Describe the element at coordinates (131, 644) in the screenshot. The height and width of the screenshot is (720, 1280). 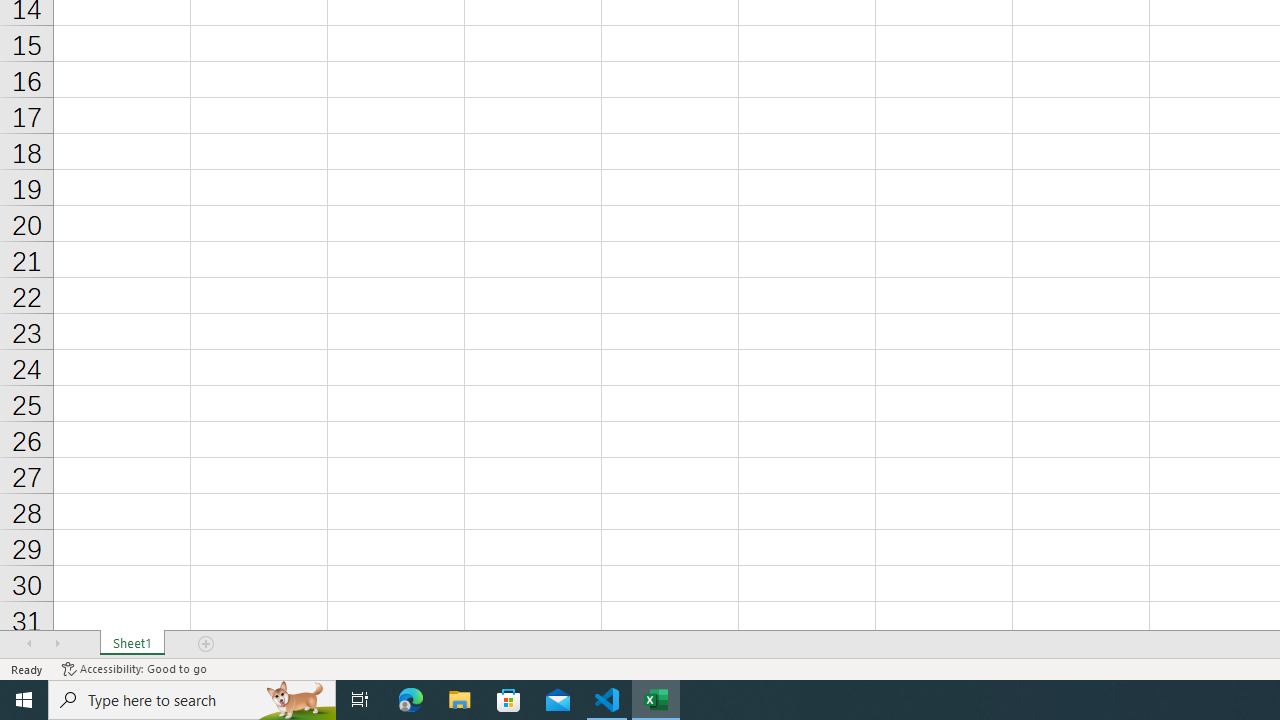
I see `'Sheet1'` at that location.